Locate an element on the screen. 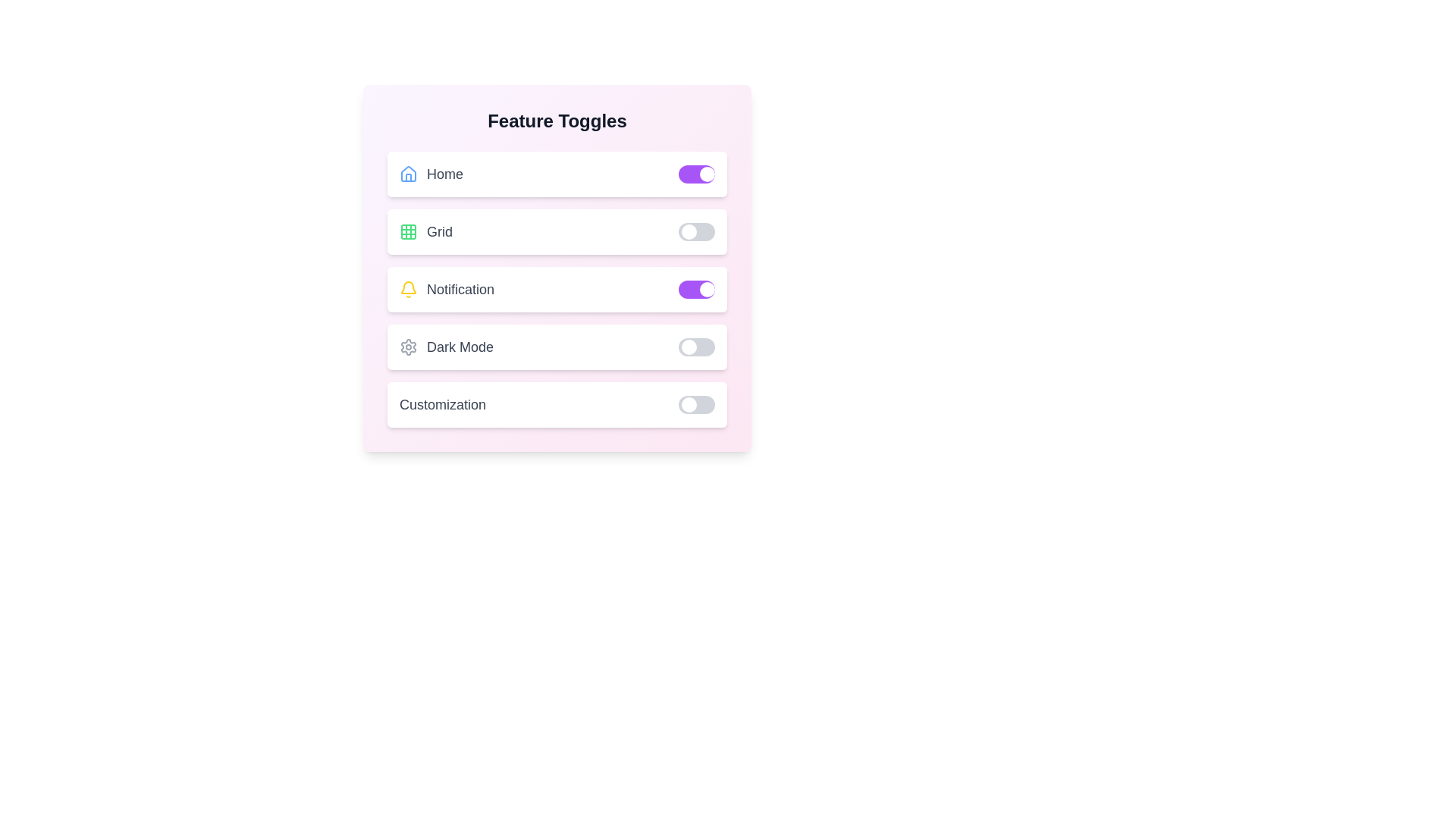 Image resolution: width=1456 pixels, height=819 pixels. the toggle switch located at the right side of the row labeled 'Customization' is located at coordinates (695, 403).